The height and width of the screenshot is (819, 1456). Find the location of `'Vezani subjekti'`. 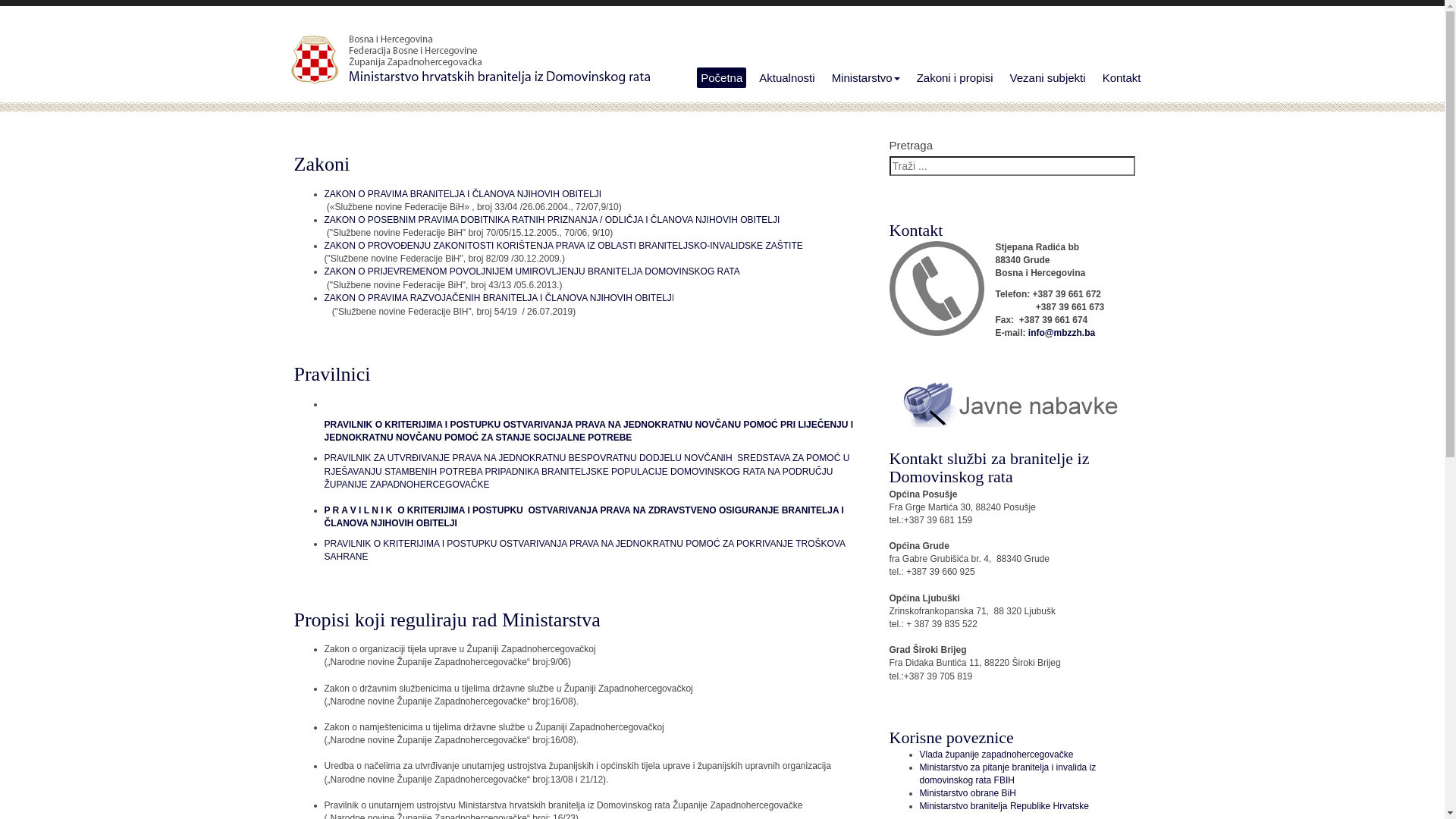

'Vezani subjekti' is located at coordinates (1047, 77).